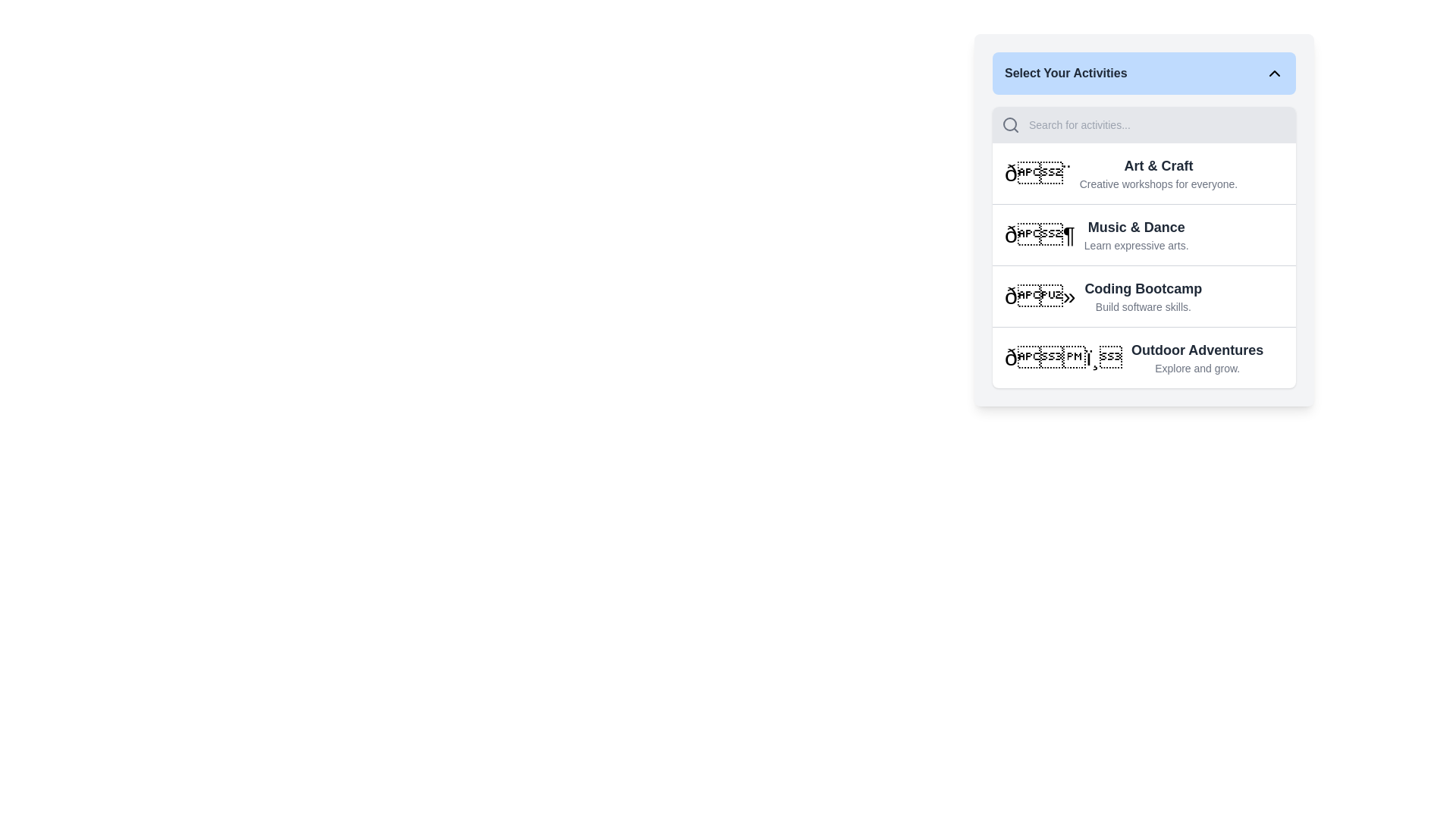 Image resolution: width=1456 pixels, height=819 pixels. I want to click on the chevron icon on the right side of the 'Select Your Activities' section to trigger the associated action for expanding or collapsing content, so click(1274, 73).